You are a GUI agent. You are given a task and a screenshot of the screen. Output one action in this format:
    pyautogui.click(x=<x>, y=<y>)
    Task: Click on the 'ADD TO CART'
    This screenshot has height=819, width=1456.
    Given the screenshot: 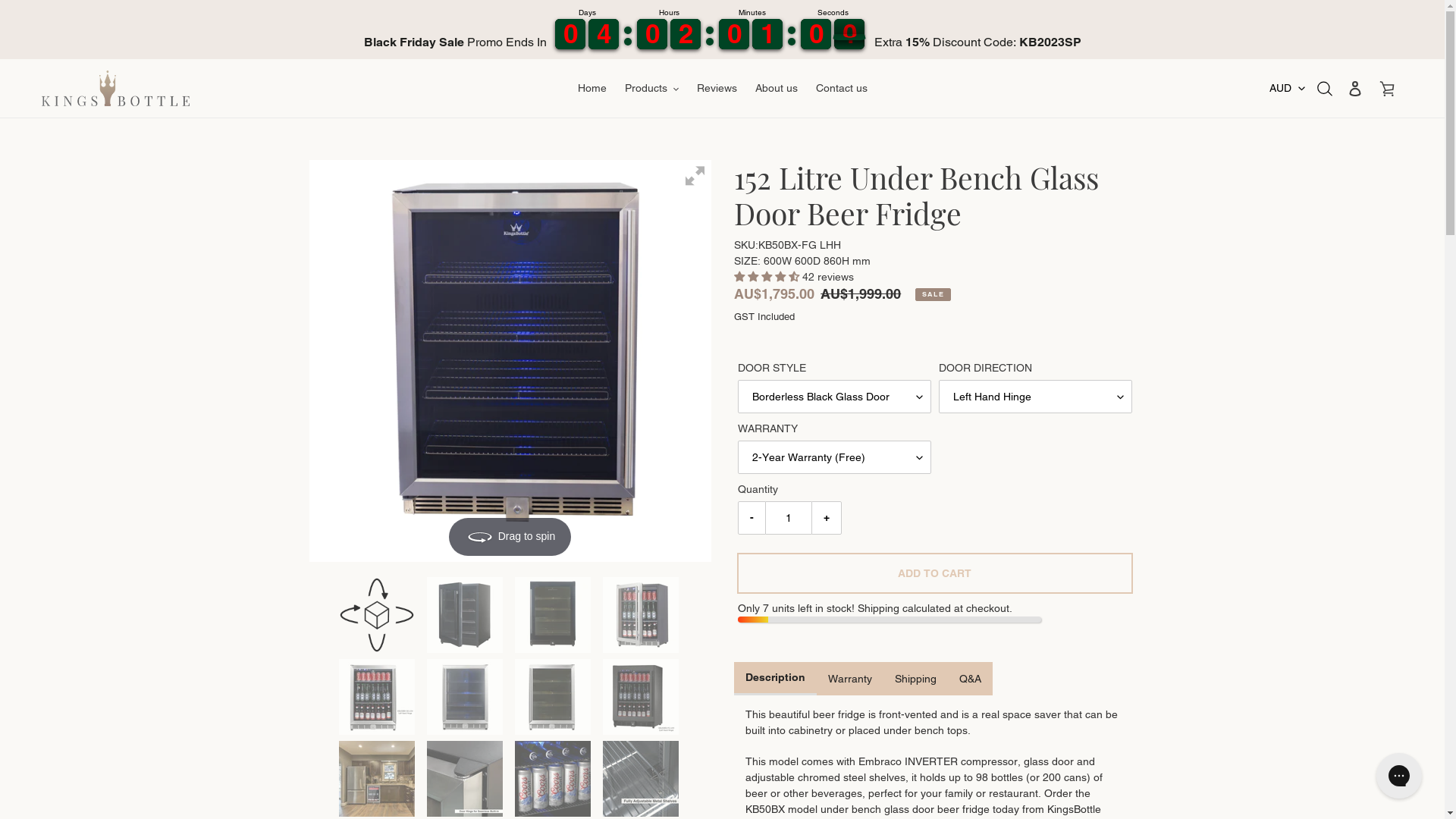 What is the action you would take?
    pyautogui.click(x=934, y=573)
    